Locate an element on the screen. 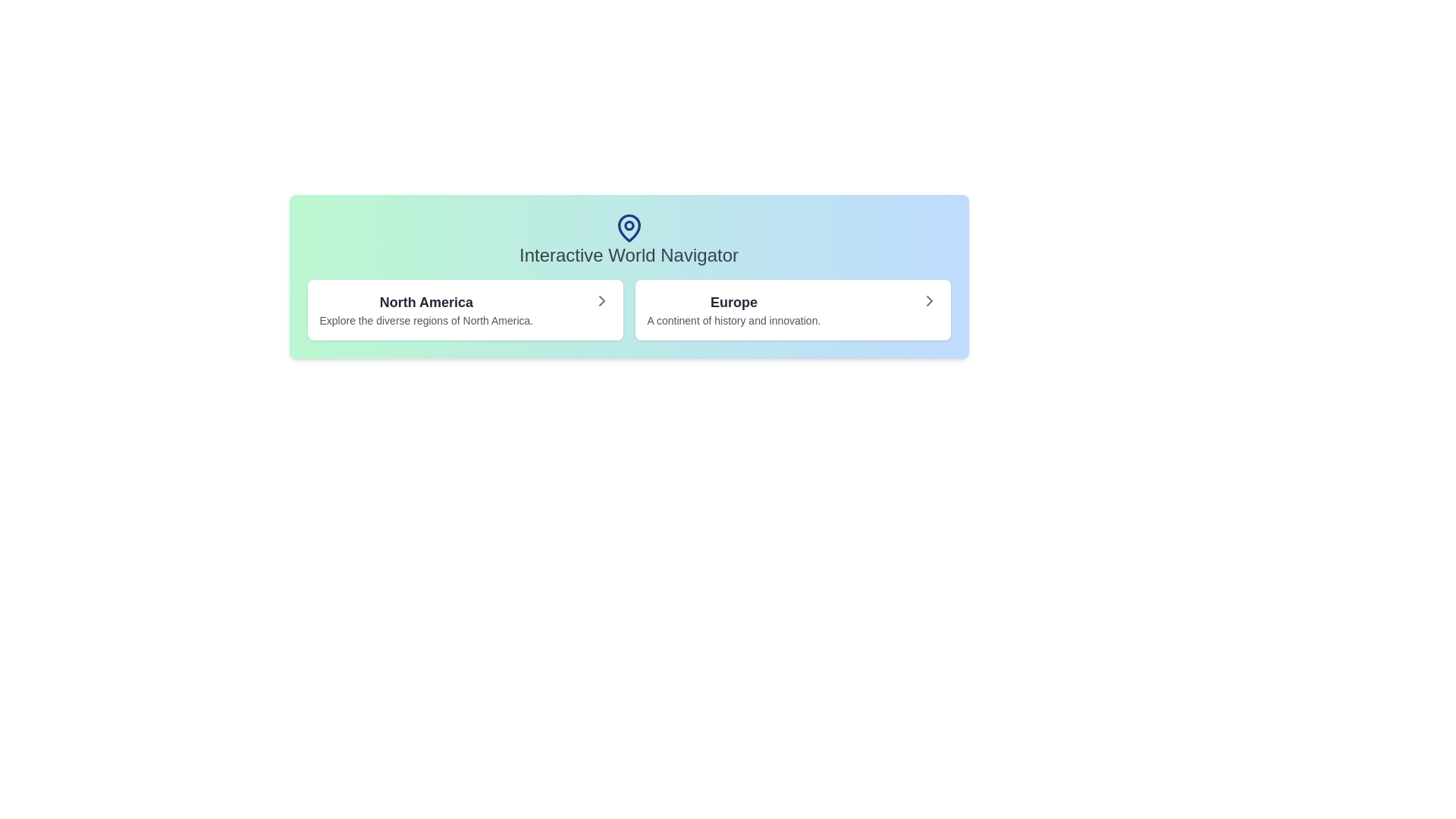 The height and width of the screenshot is (819, 1456). the 'Europe' card, which is the second selection option in the horizontal layout under 'Interactive World Navigator' is located at coordinates (792, 309).